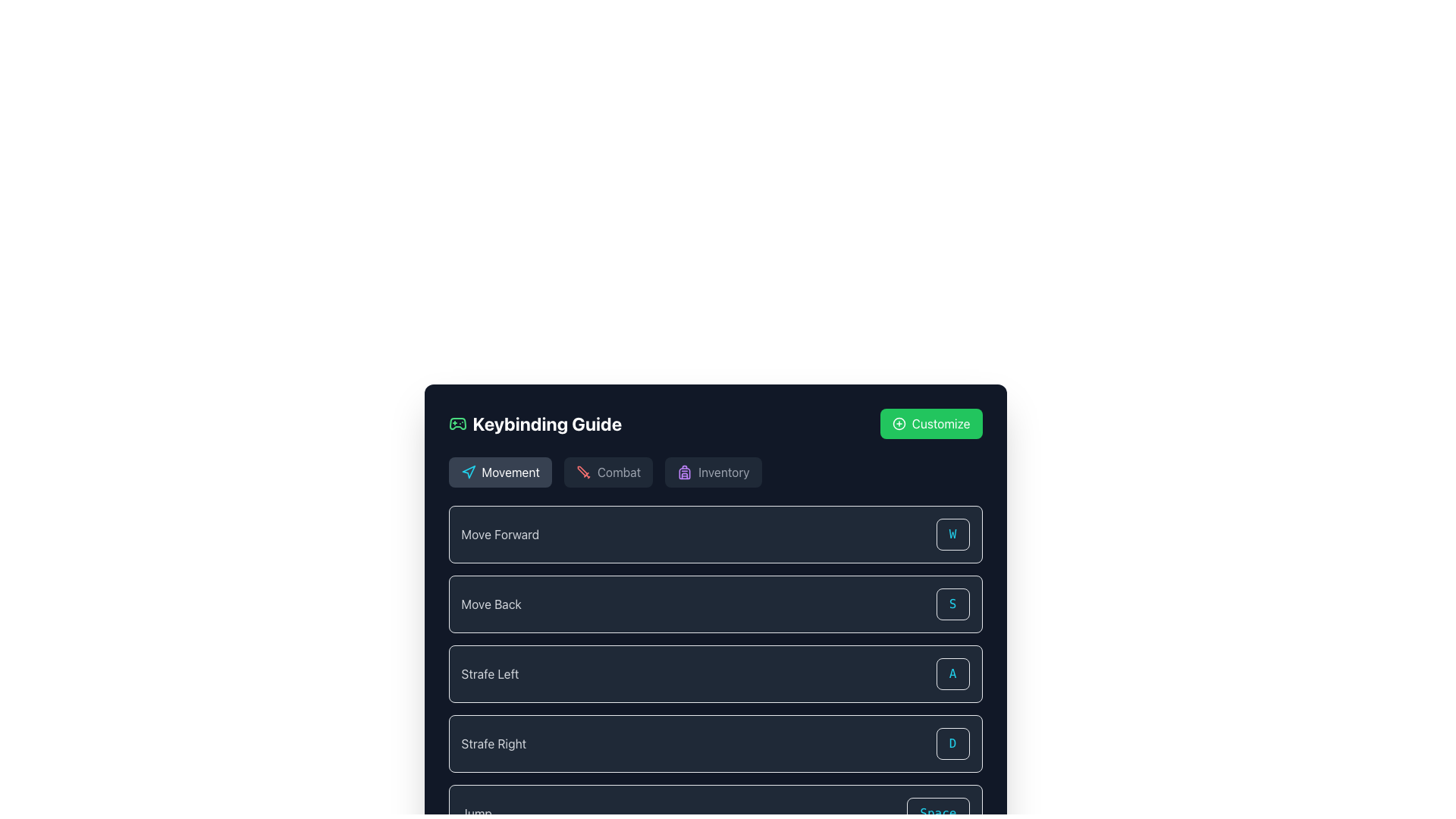 The image size is (1456, 819). What do you see at coordinates (714, 604) in the screenshot?
I see `the 'Move Back' keybinding row item in the Keybinding Guide` at bounding box center [714, 604].